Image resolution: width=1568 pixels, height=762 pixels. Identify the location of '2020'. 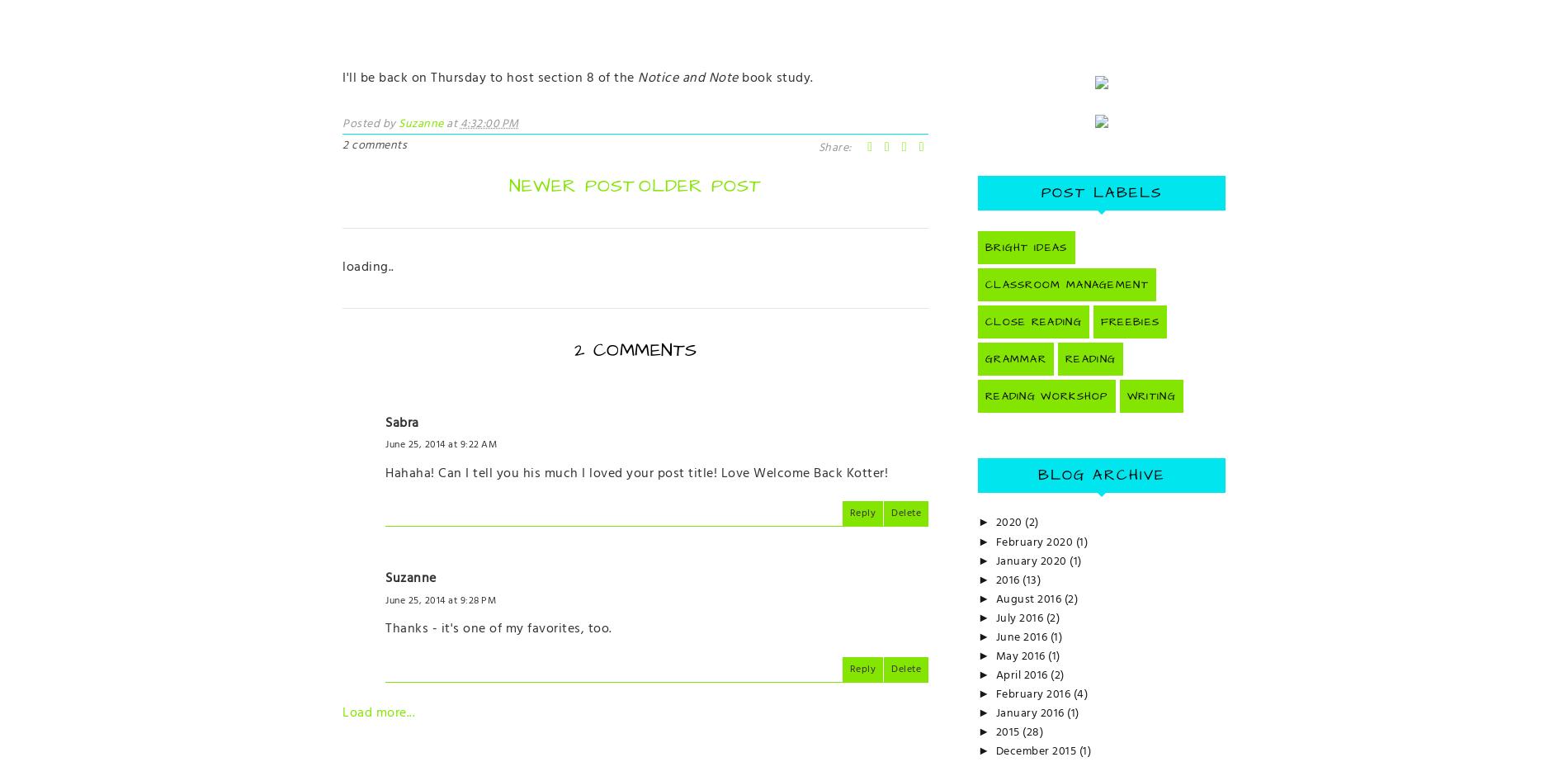
(1008, 522).